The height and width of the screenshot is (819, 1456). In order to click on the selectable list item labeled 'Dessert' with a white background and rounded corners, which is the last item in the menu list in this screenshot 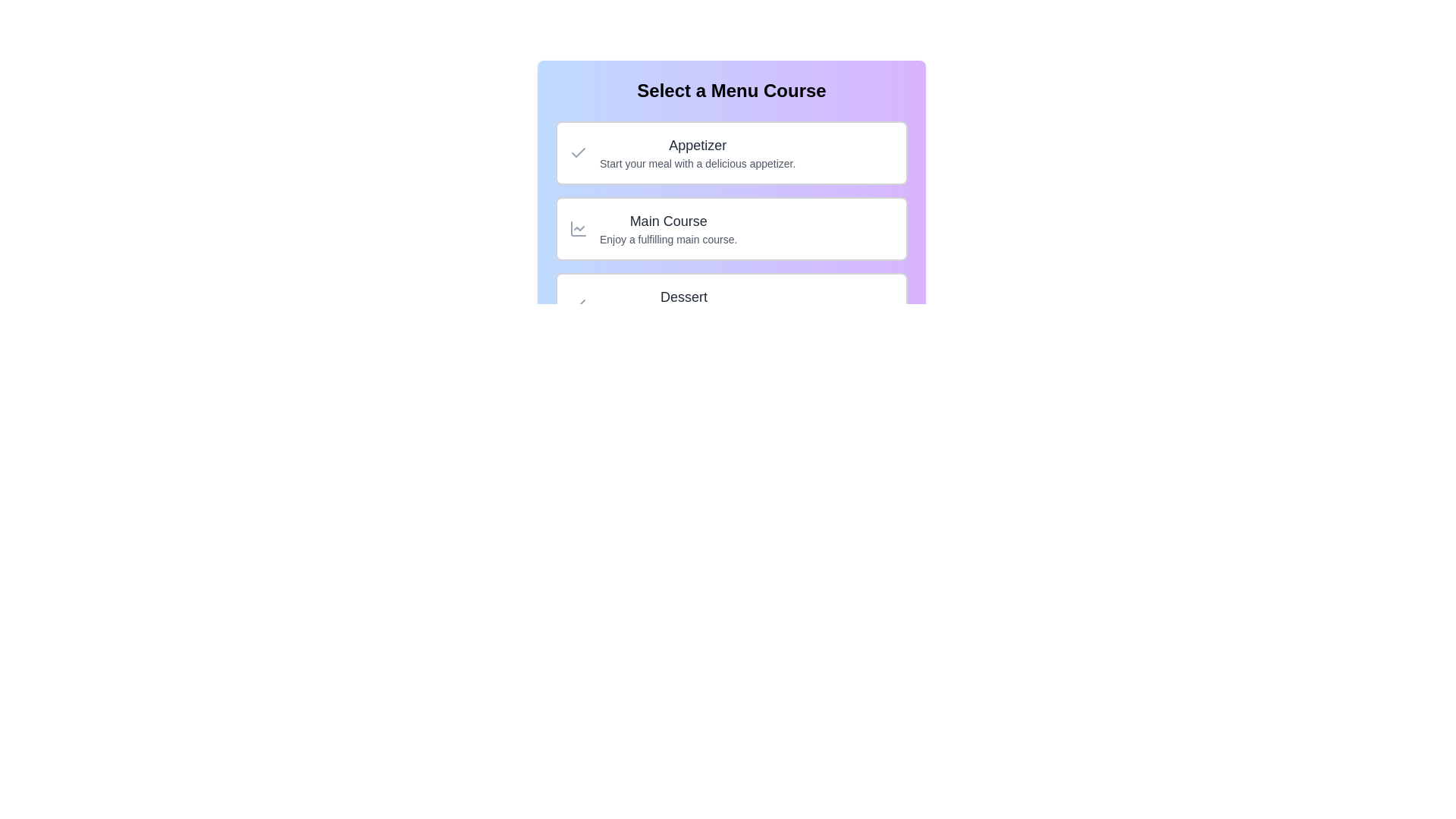, I will do `click(731, 304)`.